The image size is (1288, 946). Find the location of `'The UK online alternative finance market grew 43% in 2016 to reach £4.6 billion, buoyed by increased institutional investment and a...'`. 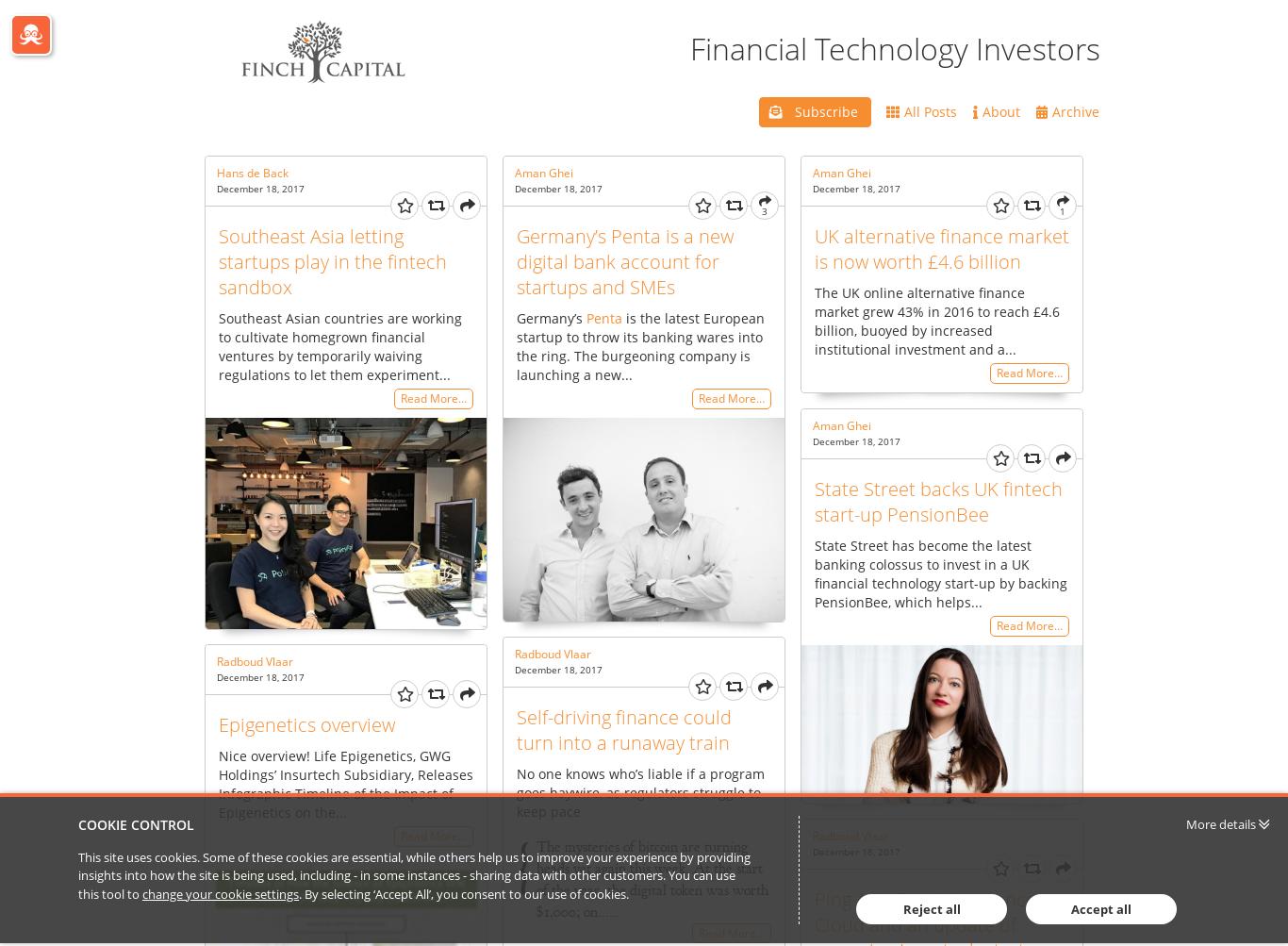

'The UK online alternative finance market grew 43% in 2016 to reach £4.6 billion, buoyed by increased institutional investment and a...' is located at coordinates (937, 319).